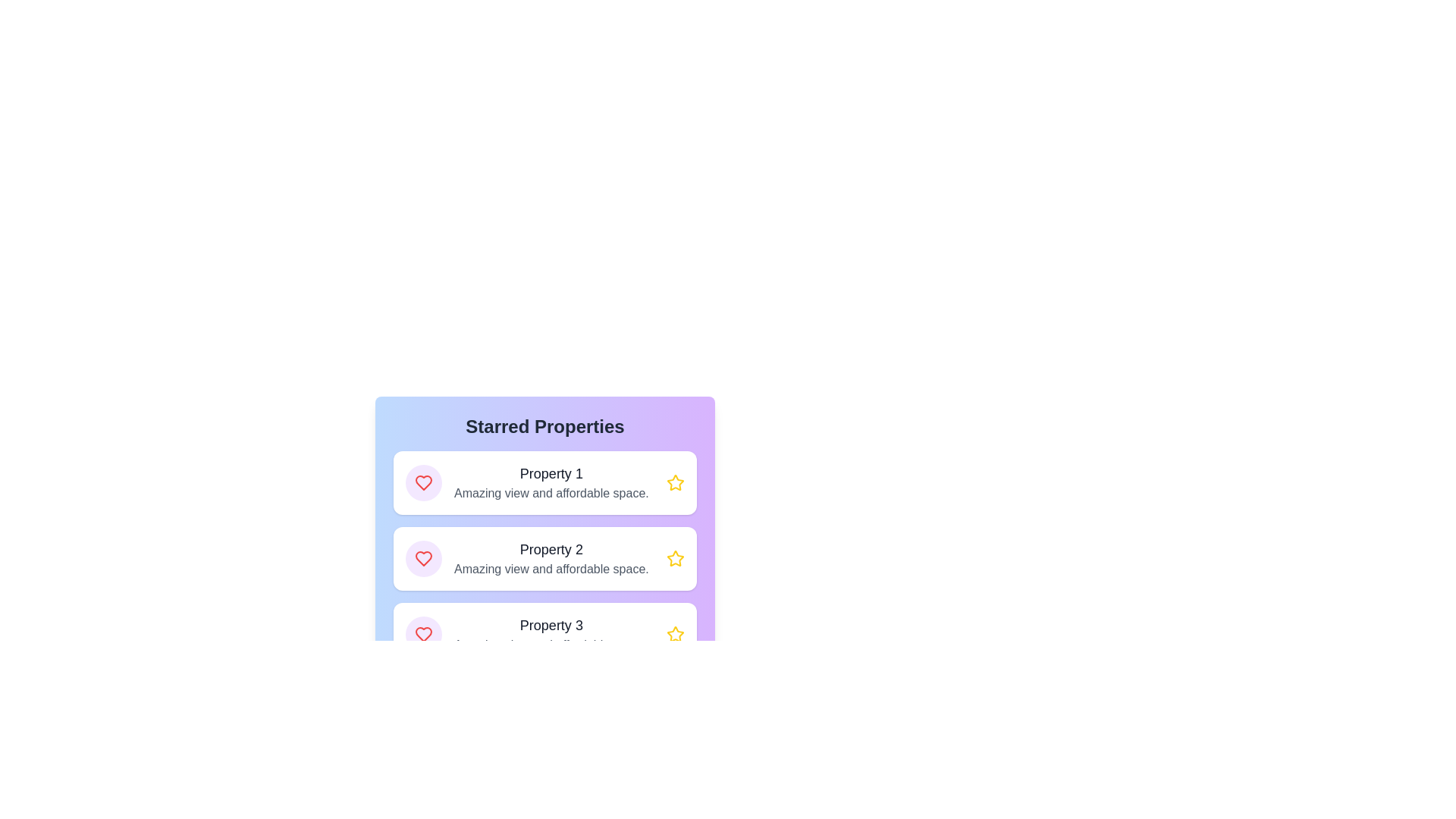  I want to click on the IconButton representing the 'favorite' or 'like' status for the second entry in the 'Starred Properties' list, which aligns with 'Property 2' and 'Amazing view and affordable space.', so click(423, 558).